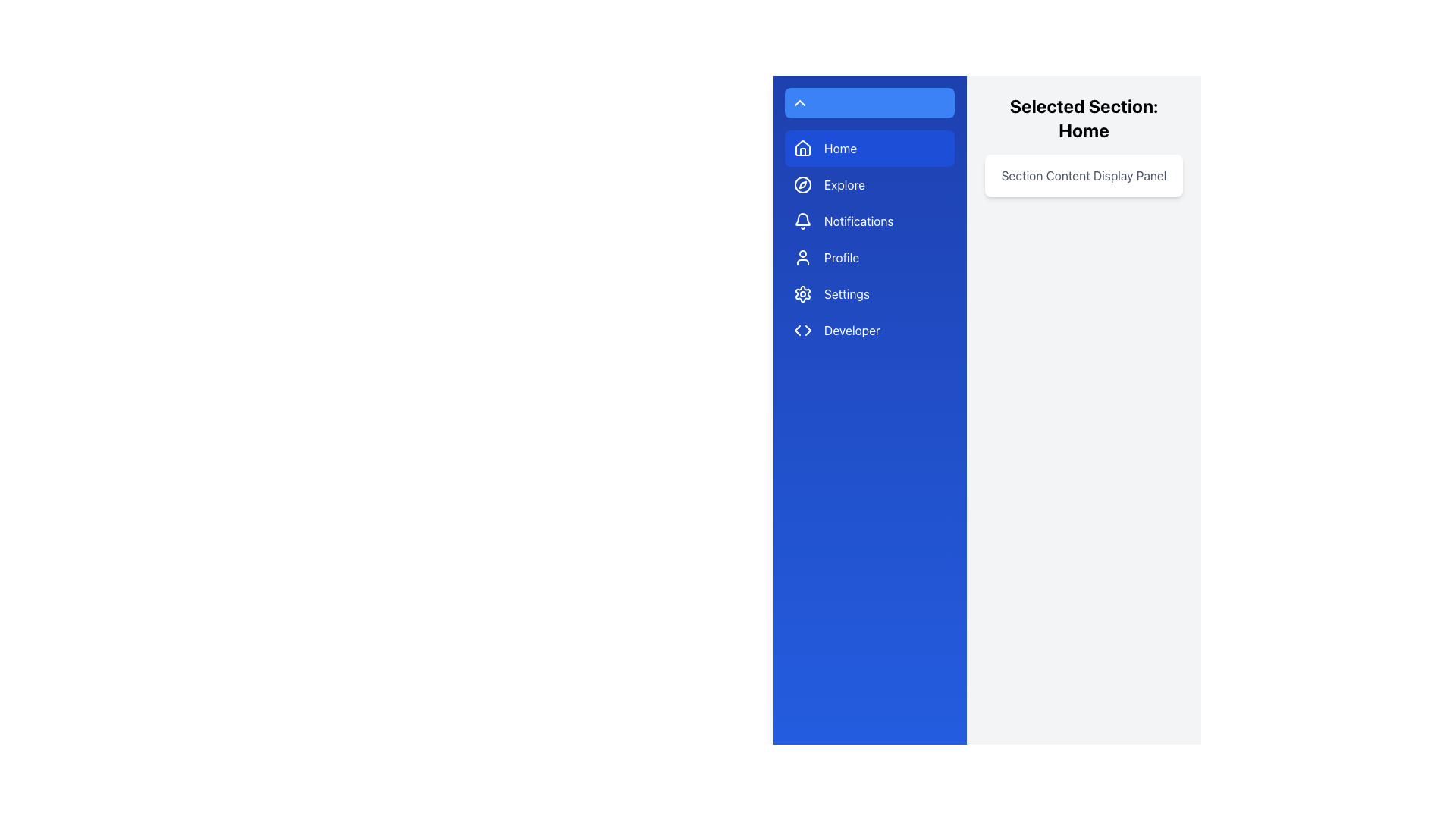  I want to click on the coding icon located in the blue sidebar near the label 'Developer', which is represented in a minimalist line style and rendered in white color, so click(802, 329).